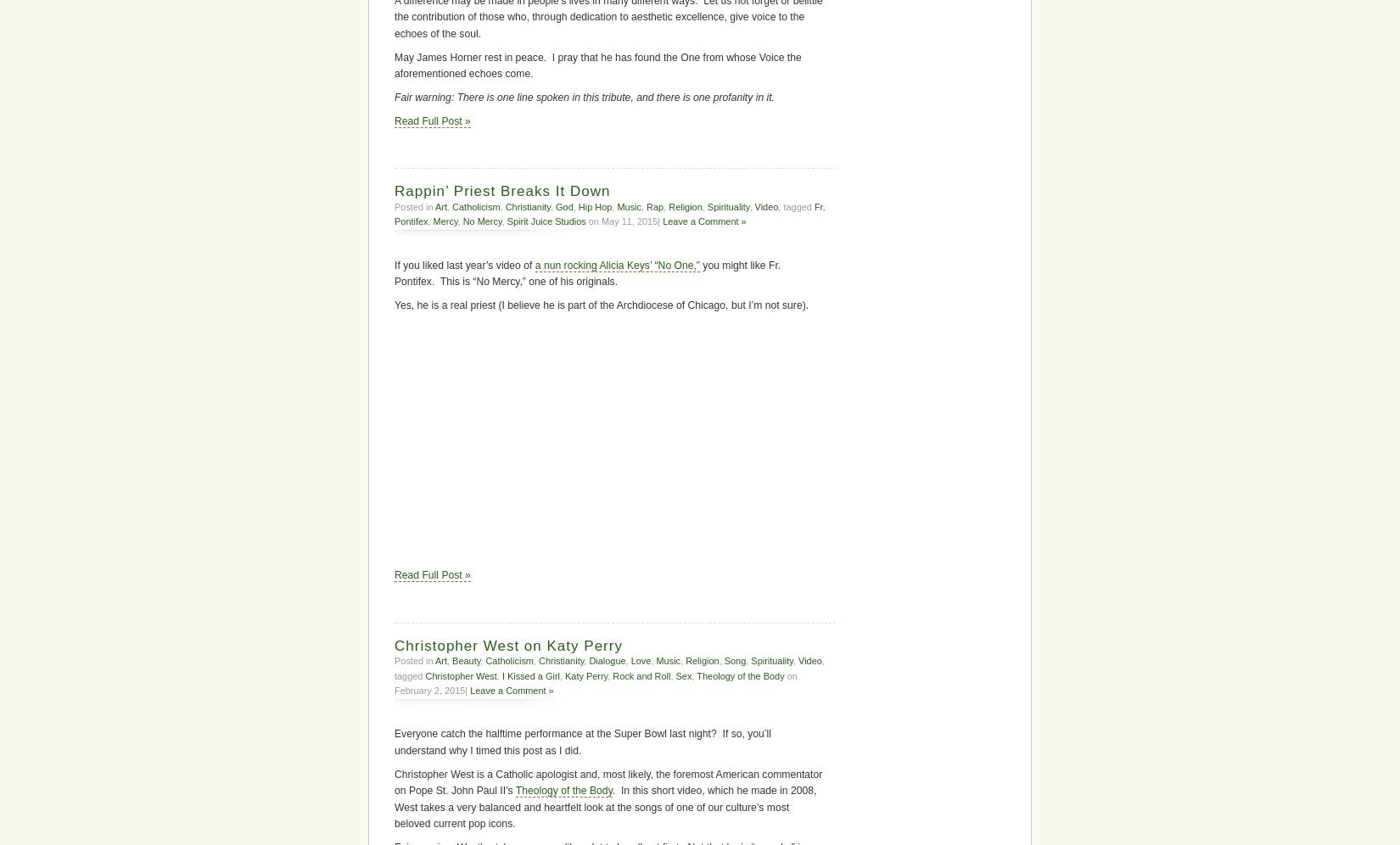  Describe the element at coordinates (585, 674) in the screenshot. I see `'Katy Perry'` at that location.